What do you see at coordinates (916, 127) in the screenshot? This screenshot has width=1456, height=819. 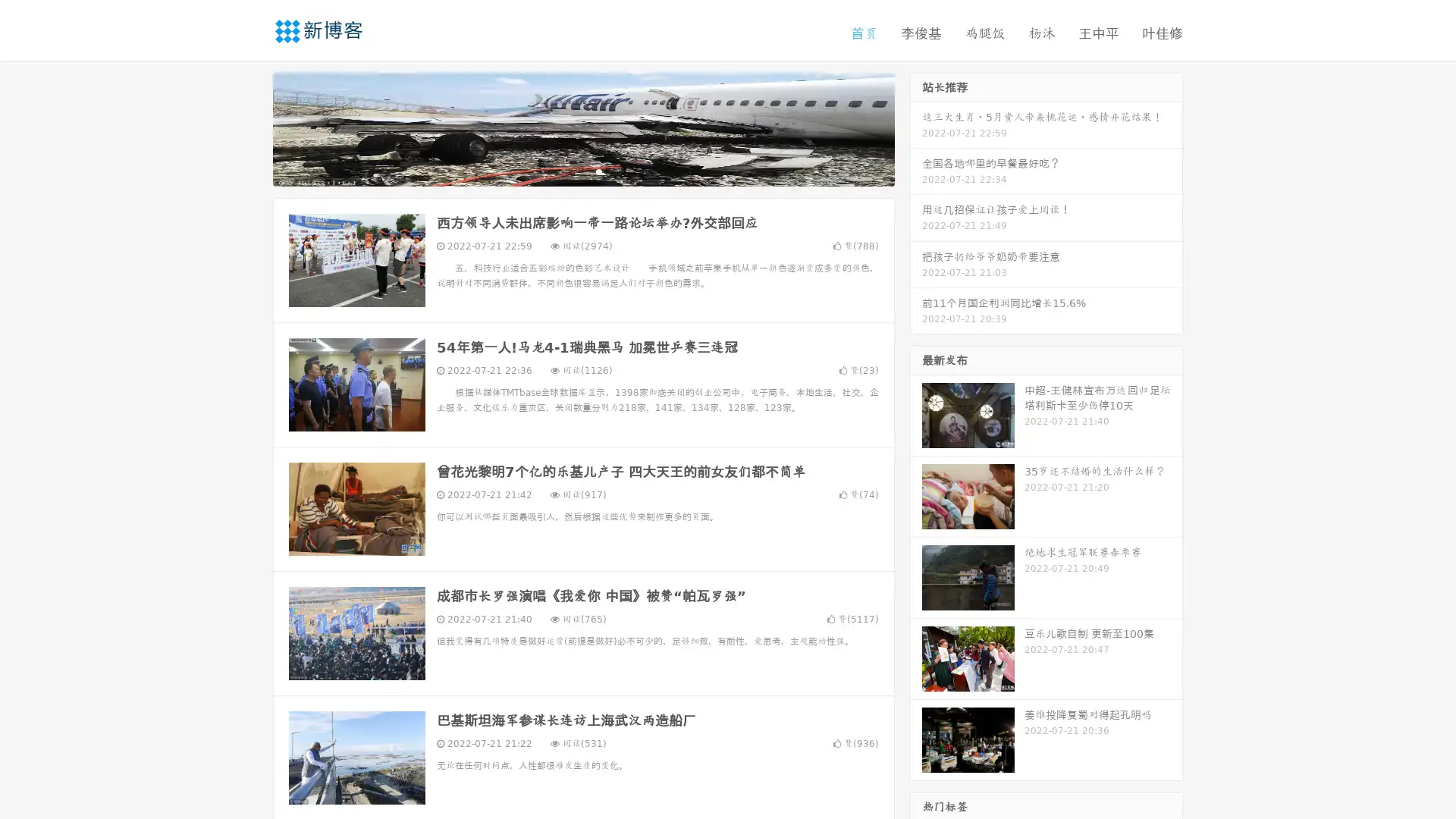 I see `Next slide` at bounding box center [916, 127].